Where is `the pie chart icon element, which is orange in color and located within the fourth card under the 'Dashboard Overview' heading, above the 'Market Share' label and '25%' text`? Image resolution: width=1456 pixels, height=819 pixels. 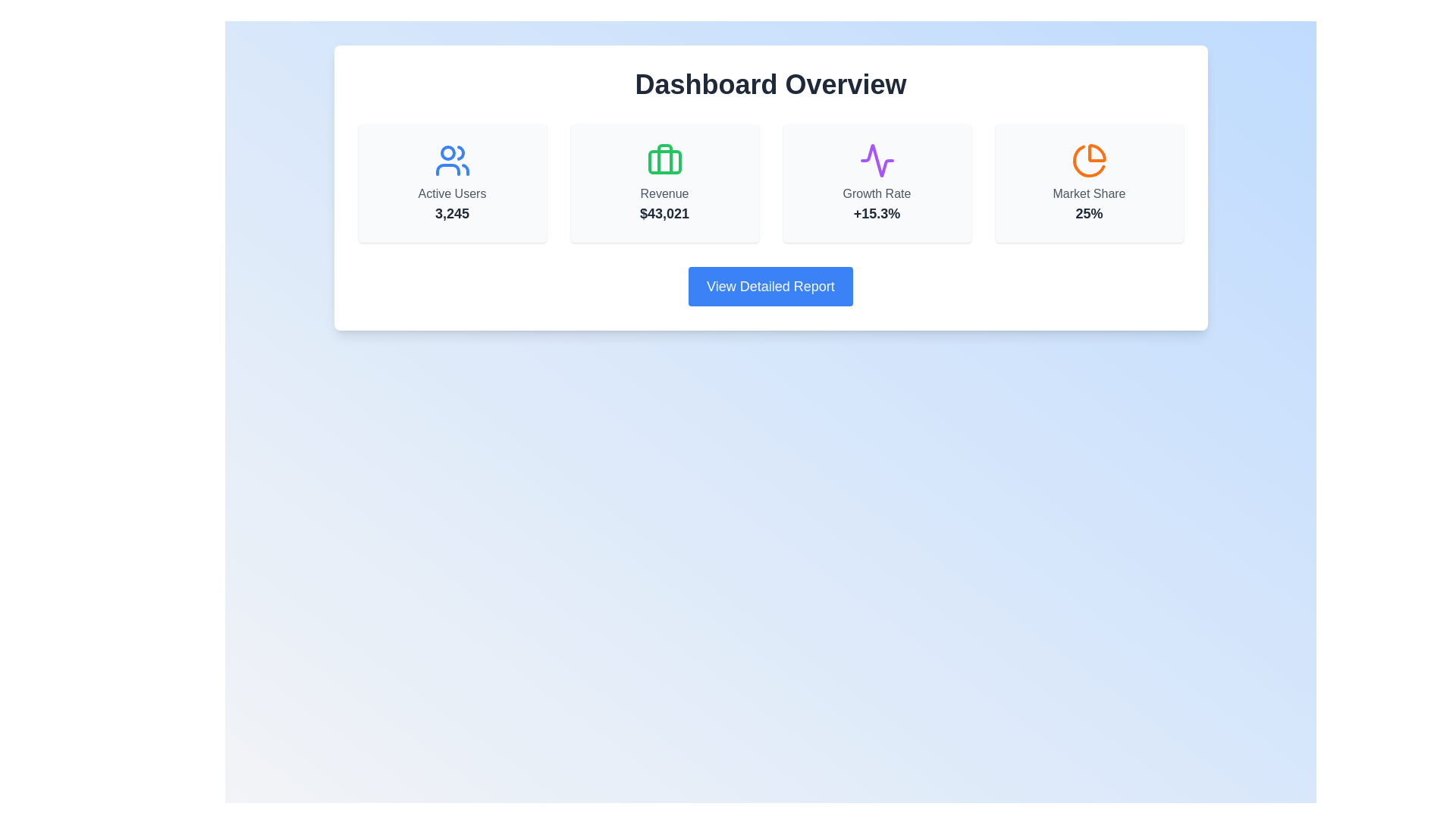 the pie chart icon element, which is orange in color and located within the fourth card under the 'Dashboard Overview' heading, above the 'Market Share' label and '25%' text is located at coordinates (1088, 161).